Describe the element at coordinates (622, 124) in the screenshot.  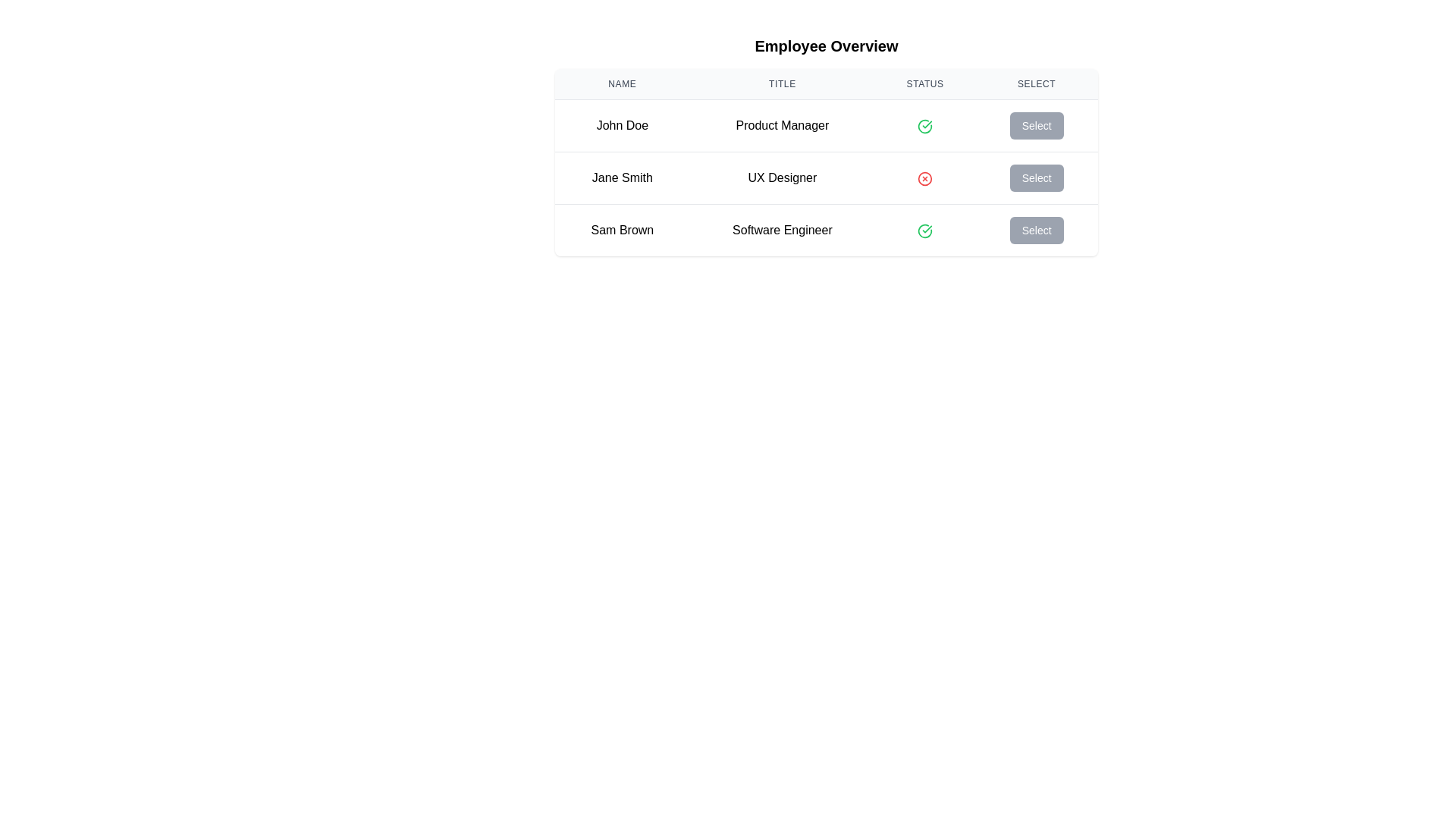
I see `text content of the label displaying 'John Doe', which is located in the first row of the employee list under the 'Name' heading` at that location.